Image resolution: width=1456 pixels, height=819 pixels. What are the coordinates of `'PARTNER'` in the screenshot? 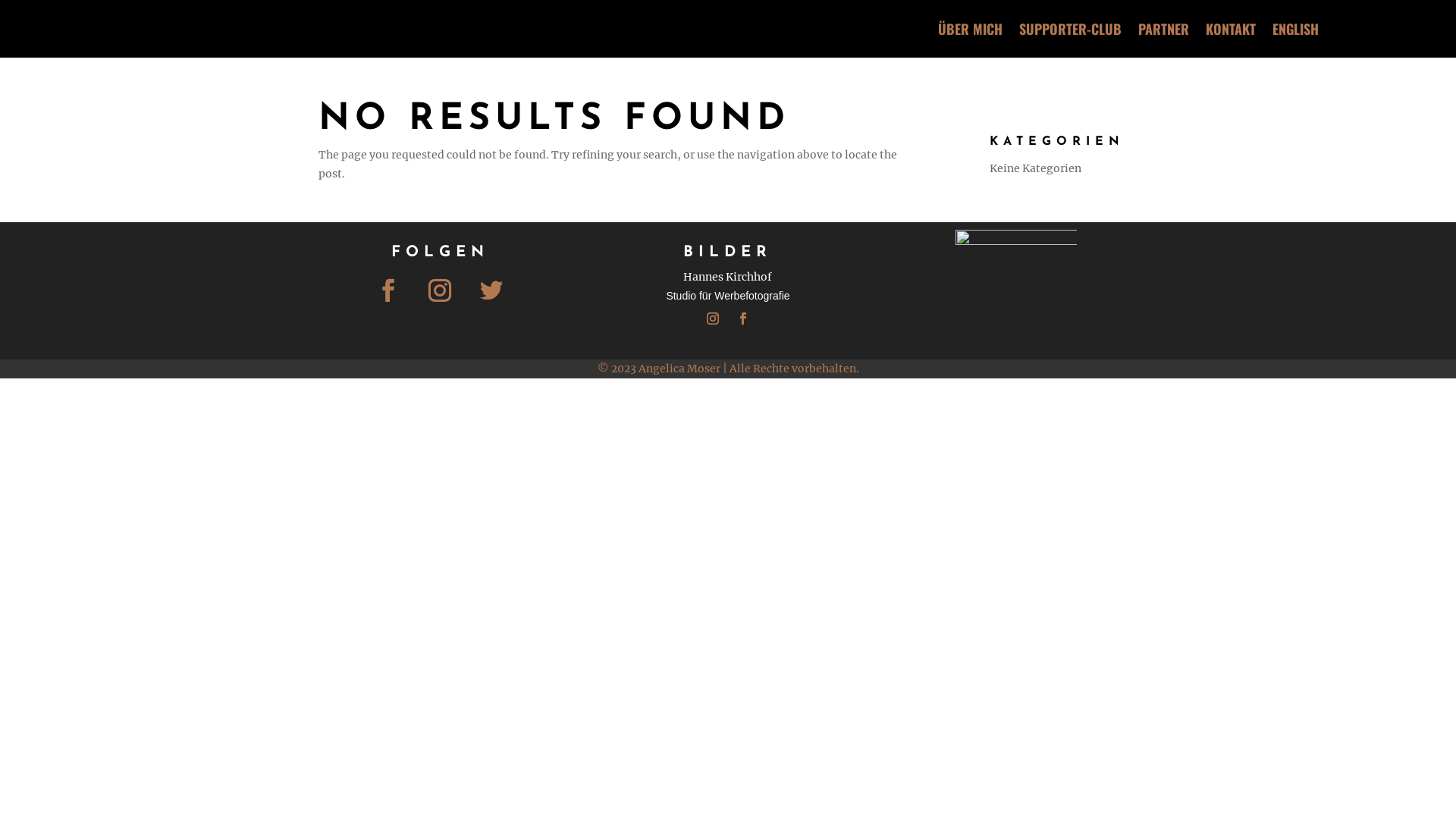 It's located at (1163, 29).